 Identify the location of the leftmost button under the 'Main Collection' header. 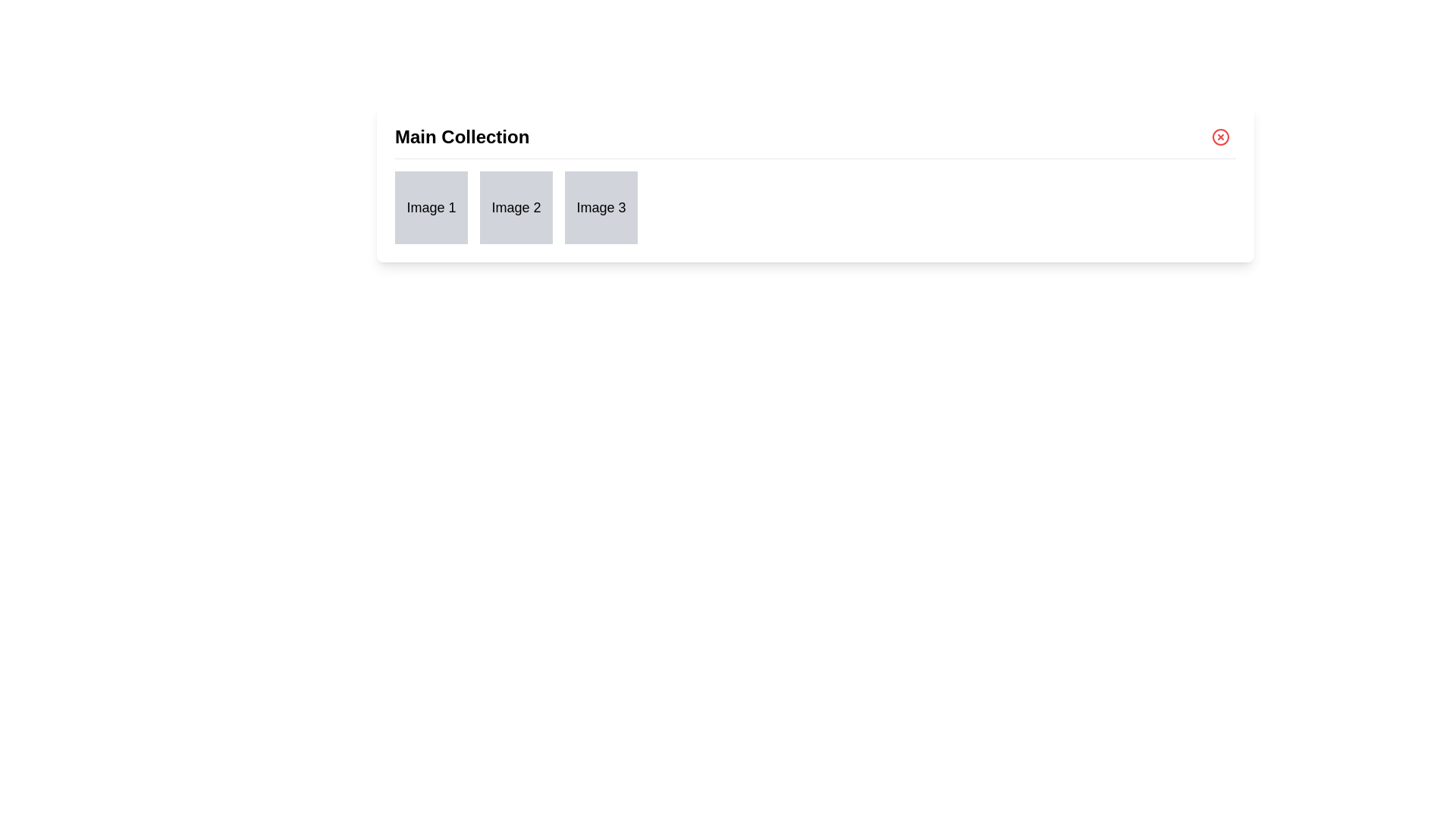
(431, 207).